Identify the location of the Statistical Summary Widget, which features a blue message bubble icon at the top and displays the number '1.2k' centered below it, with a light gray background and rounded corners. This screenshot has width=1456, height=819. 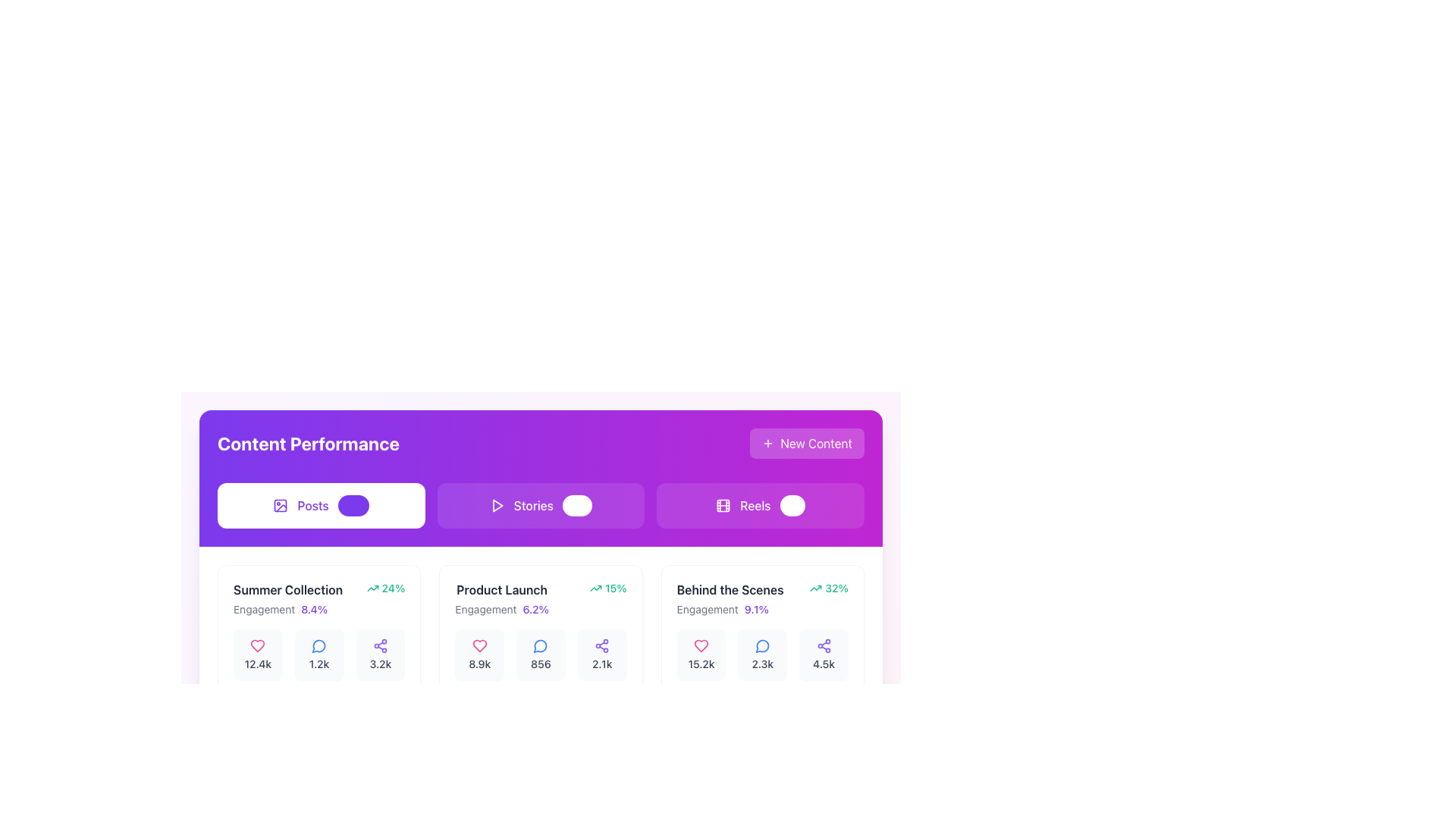
(318, 654).